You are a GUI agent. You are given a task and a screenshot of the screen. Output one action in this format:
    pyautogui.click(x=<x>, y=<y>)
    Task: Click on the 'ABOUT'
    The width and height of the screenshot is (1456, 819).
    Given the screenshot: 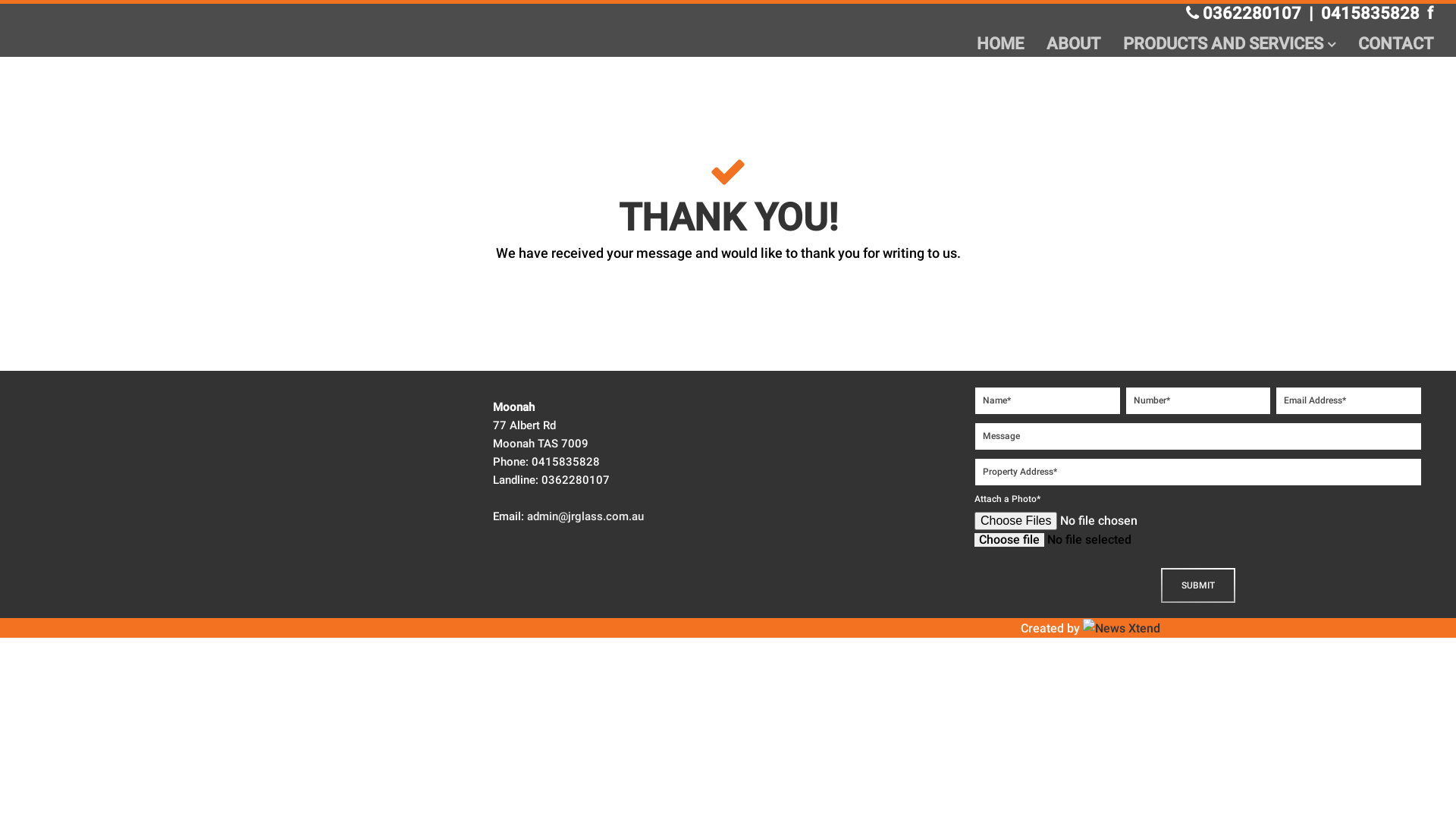 What is the action you would take?
    pyautogui.click(x=1072, y=43)
    